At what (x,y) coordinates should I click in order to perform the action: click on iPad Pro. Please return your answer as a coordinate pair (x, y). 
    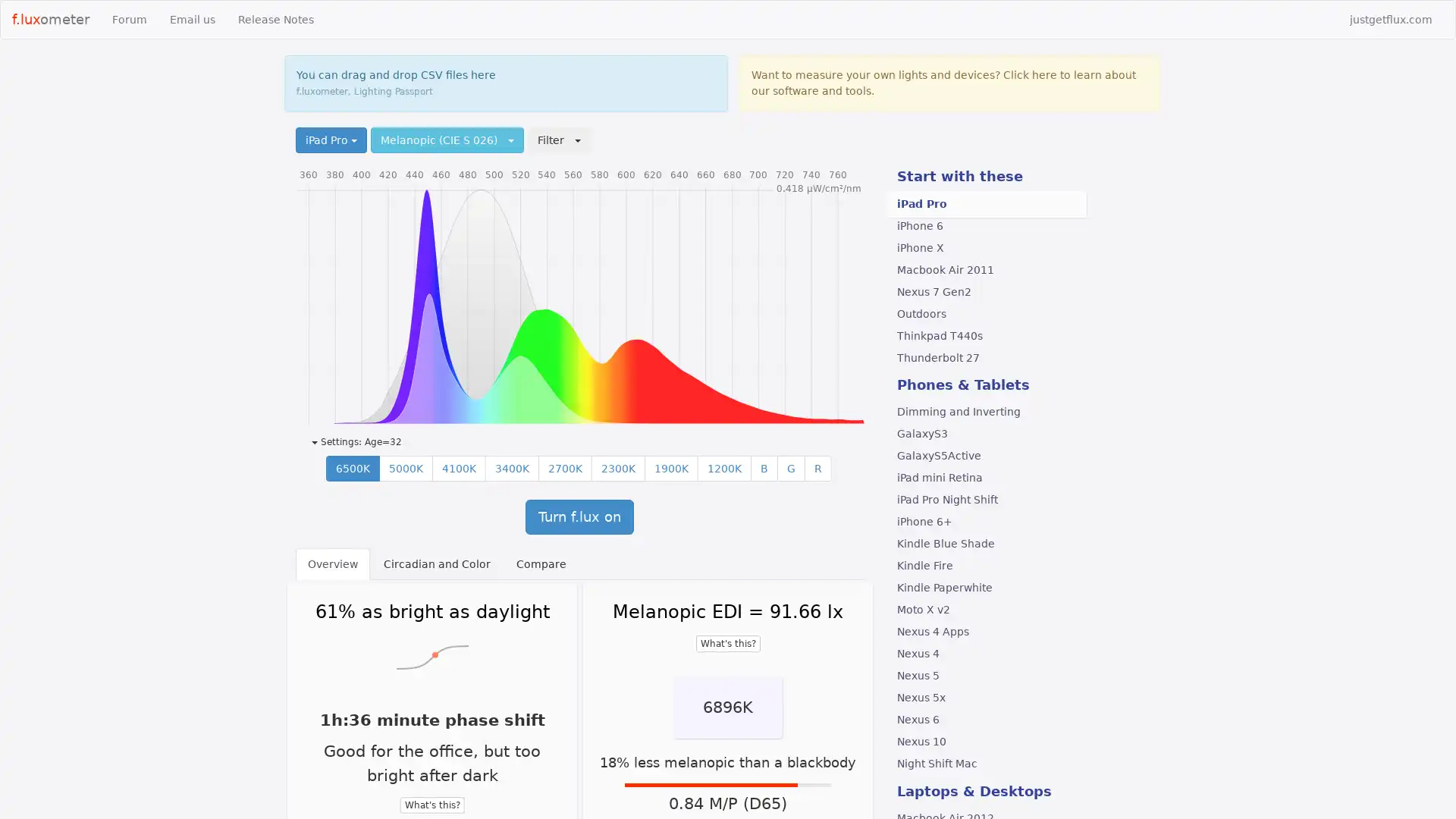
    Looking at the image, I should click on (330, 140).